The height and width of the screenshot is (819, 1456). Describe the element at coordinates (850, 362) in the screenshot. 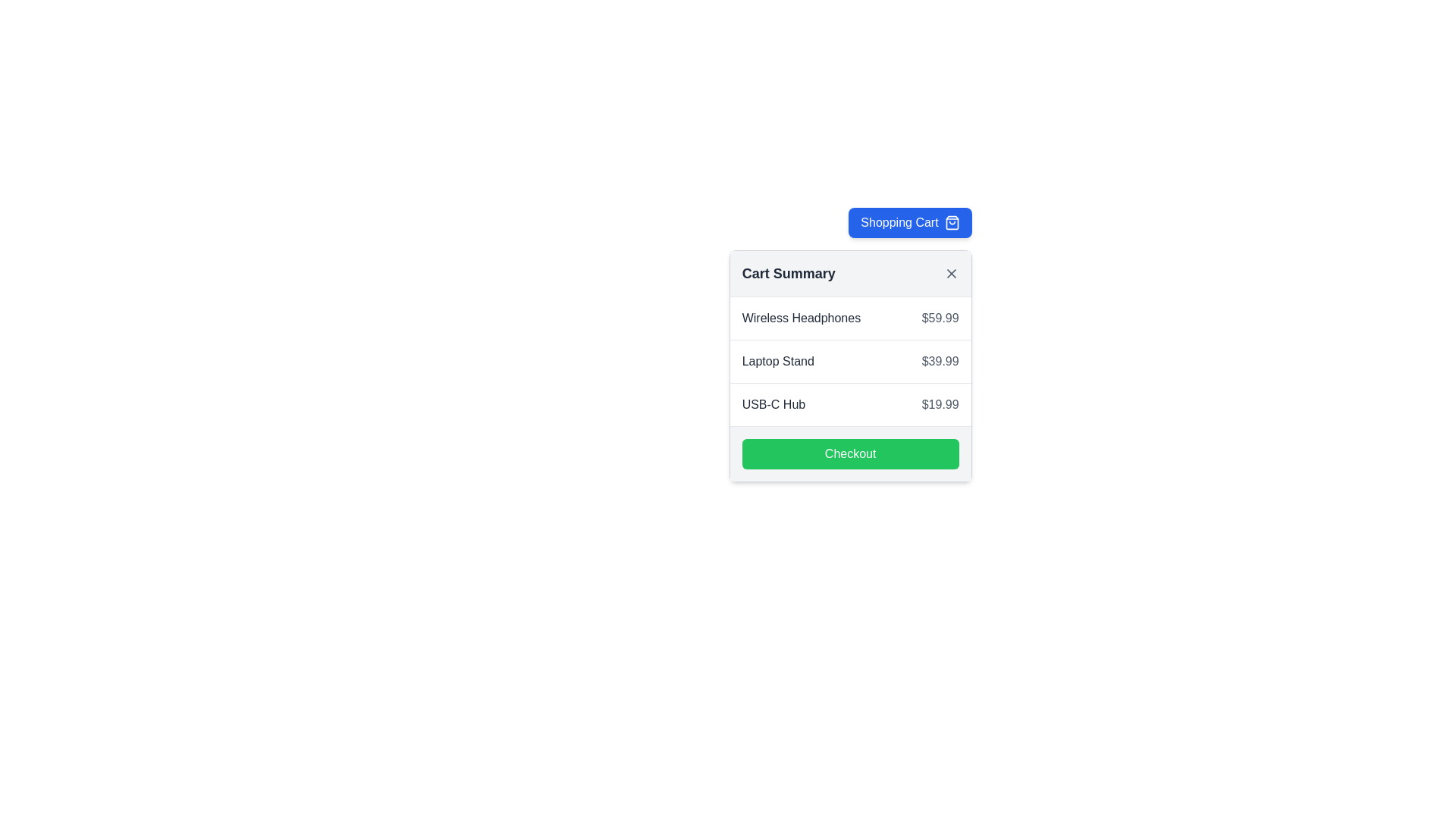

I see `the static informational list displaying 'Laptop Stand' priced at $39.99 within the cart summary, located in the top-right corner of the interface` at that location.